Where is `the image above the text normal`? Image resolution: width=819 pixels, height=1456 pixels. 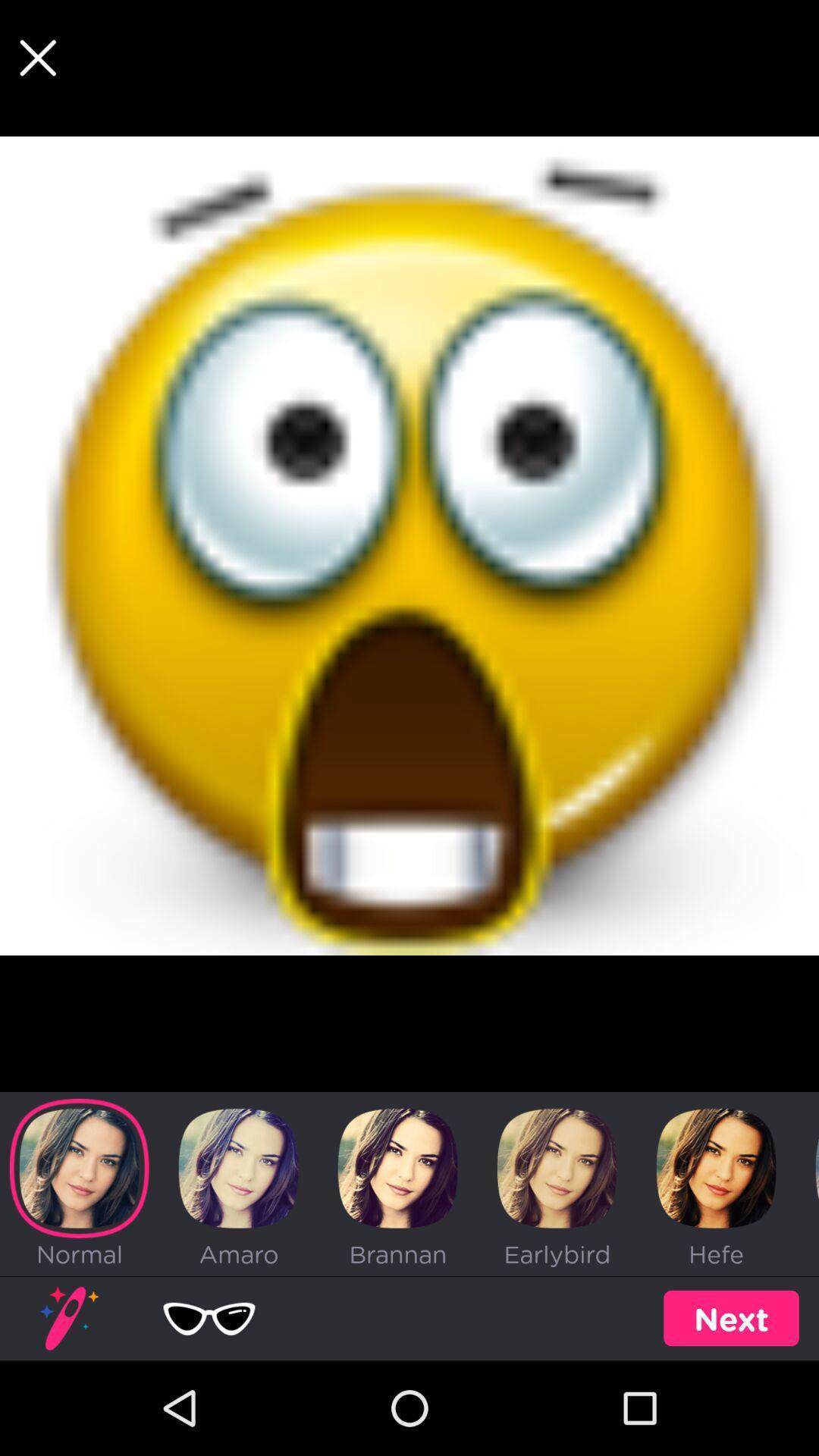
the image above the text normal is located at coordinates (70, 1317).